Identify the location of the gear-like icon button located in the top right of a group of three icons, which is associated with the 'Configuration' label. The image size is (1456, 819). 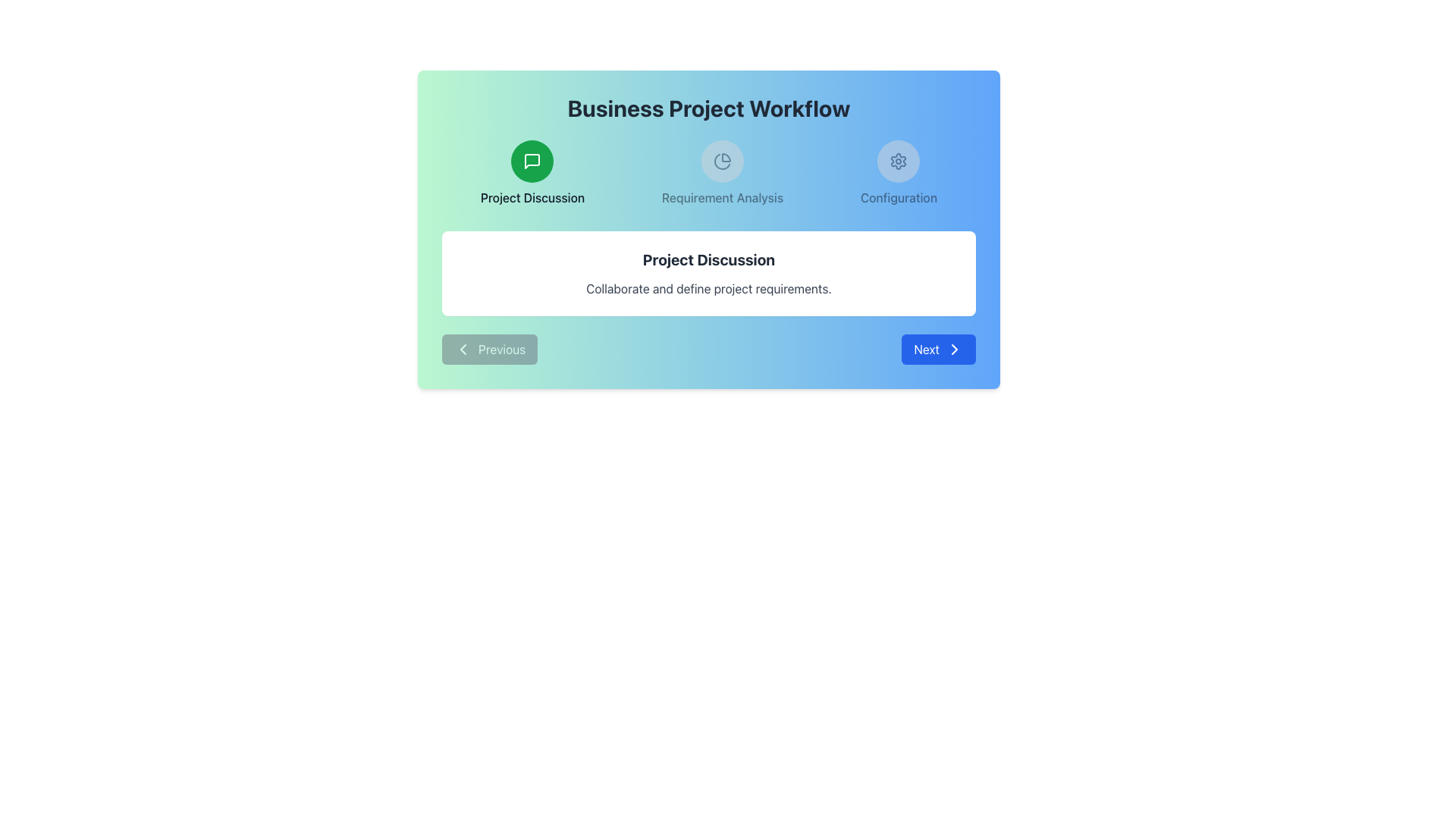
(899, 161).